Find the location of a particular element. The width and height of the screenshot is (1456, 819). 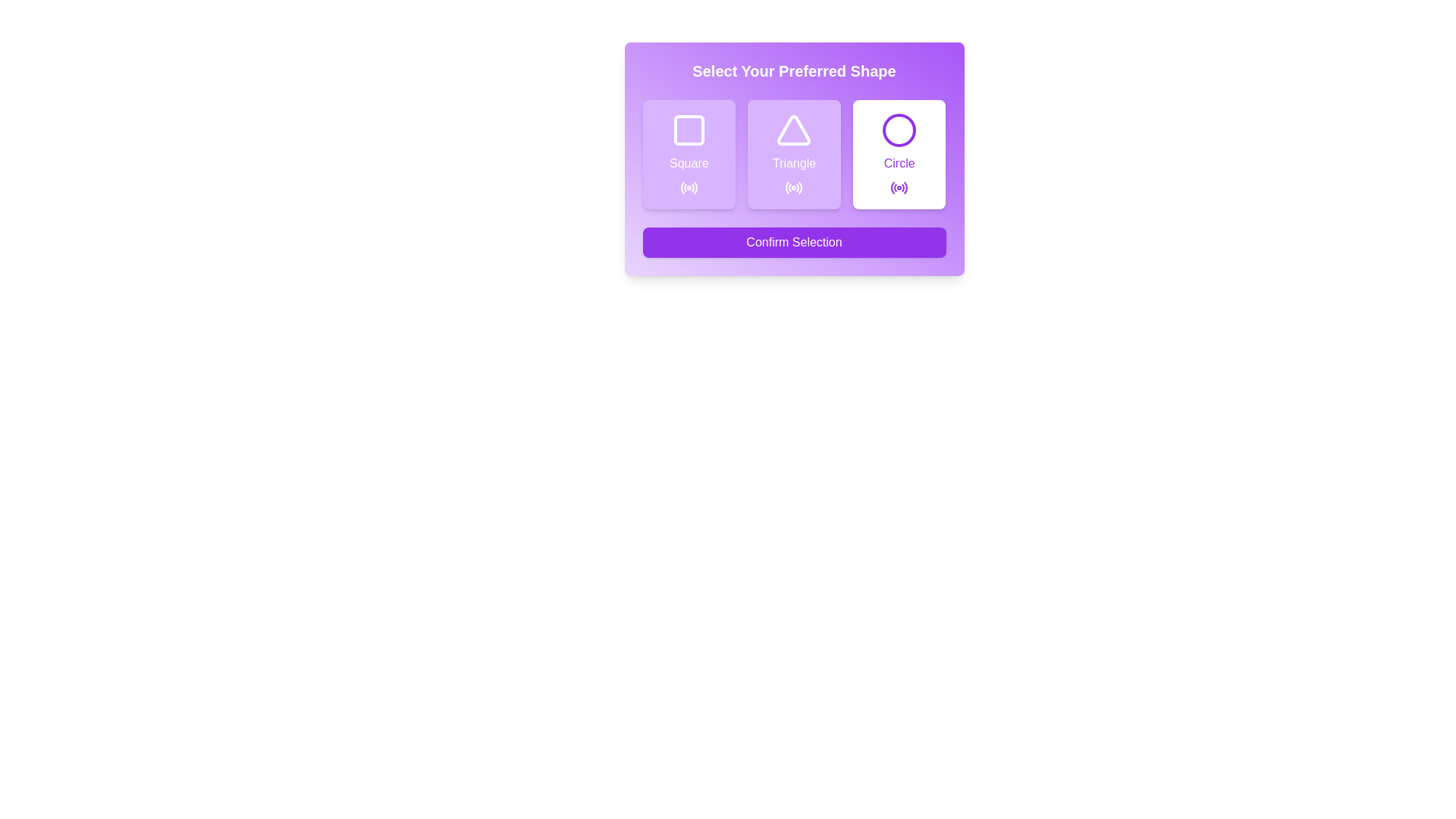

the circular icon with radiating lines symbolizing a radio signal, located in the 'Circle' option card, below the circular outline and above the caption 'circle' is located at coordinates (899, 187).